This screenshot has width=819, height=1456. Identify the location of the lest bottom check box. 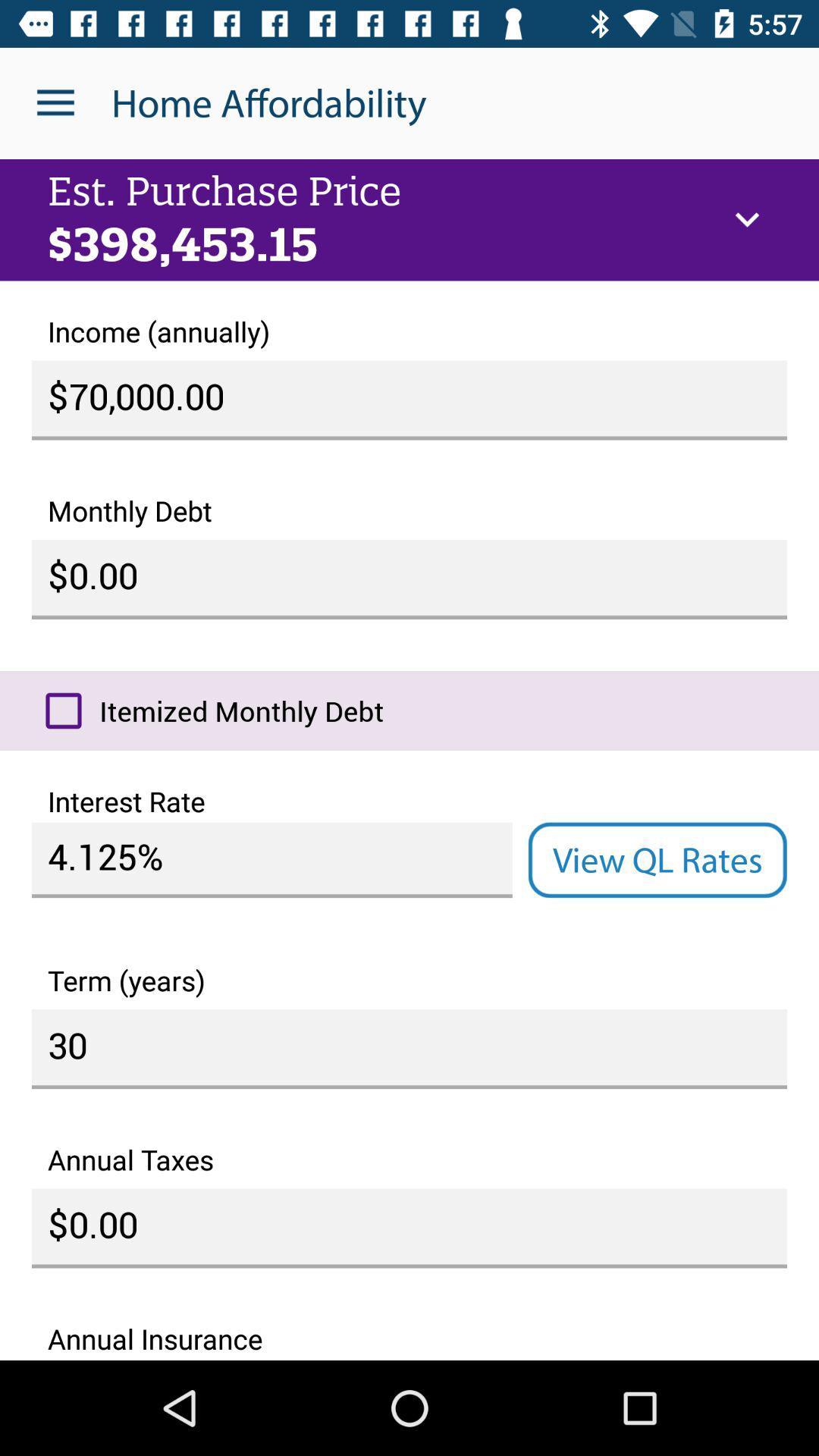
(63, 710).